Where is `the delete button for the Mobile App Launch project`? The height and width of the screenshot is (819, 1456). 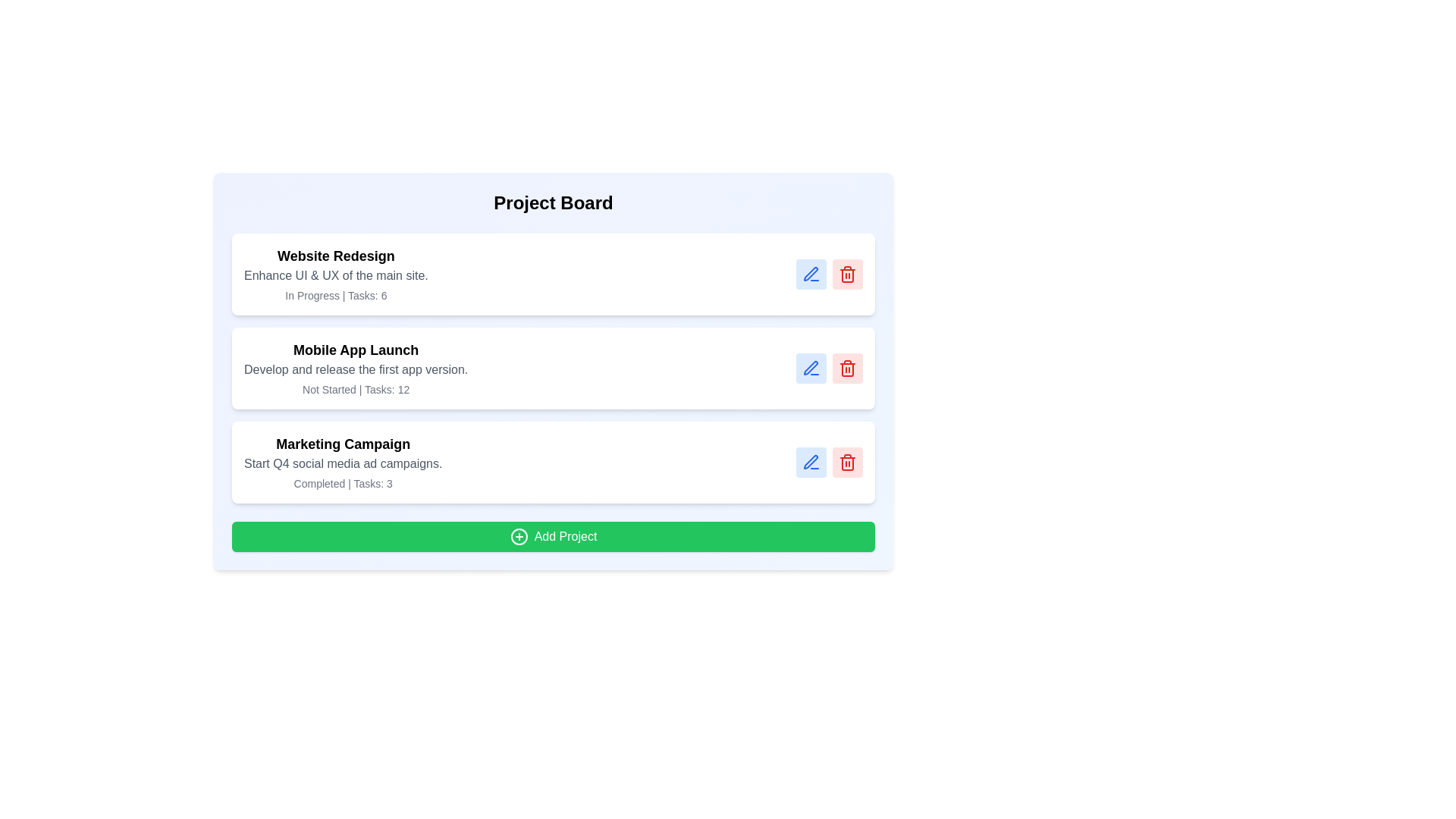 the delete button for the Mobile App Launch project is located at coordinates (847, 369).